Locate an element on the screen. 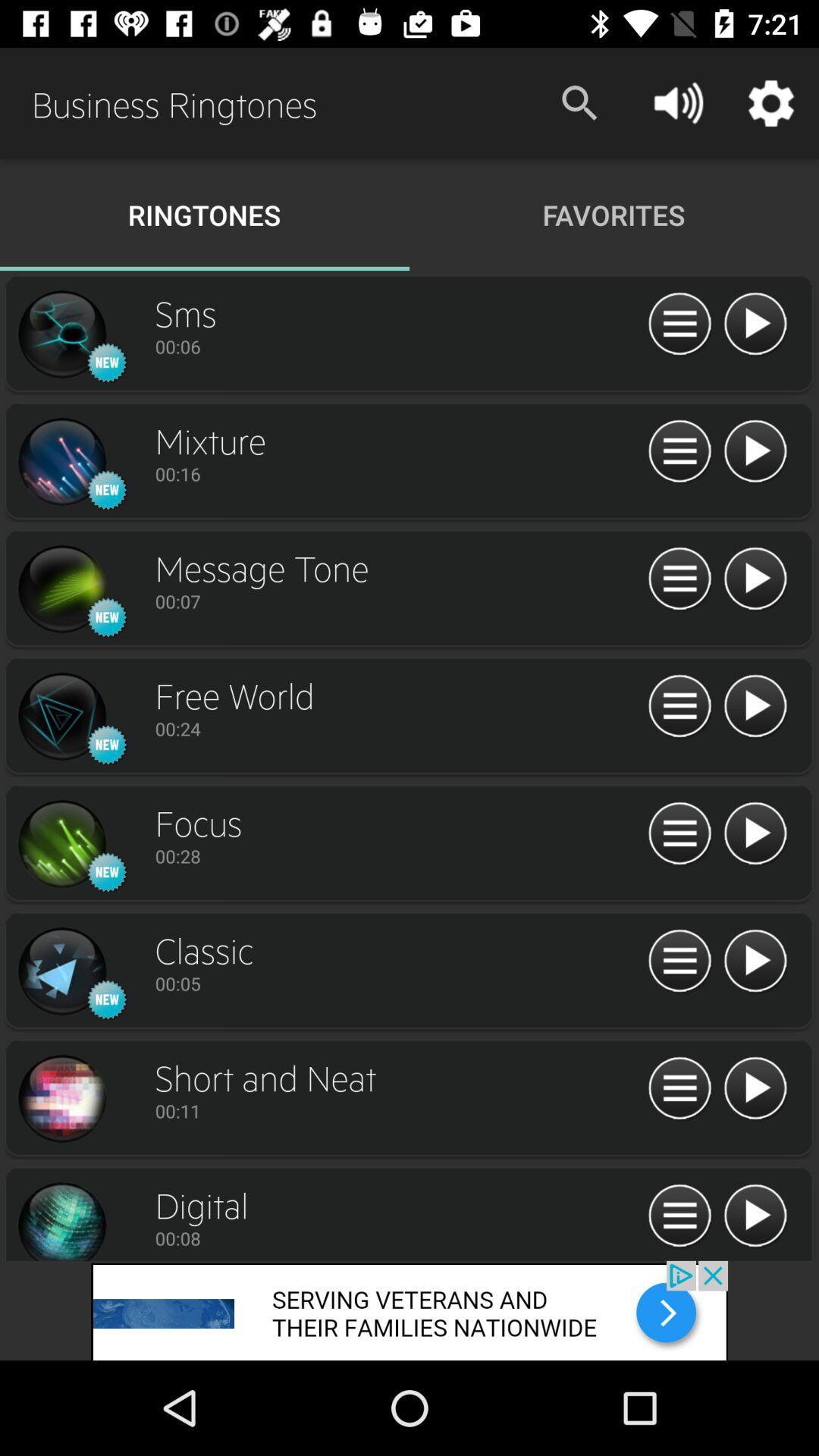 The image size is (819, 1456). tone is located at coordinates (61, 461).